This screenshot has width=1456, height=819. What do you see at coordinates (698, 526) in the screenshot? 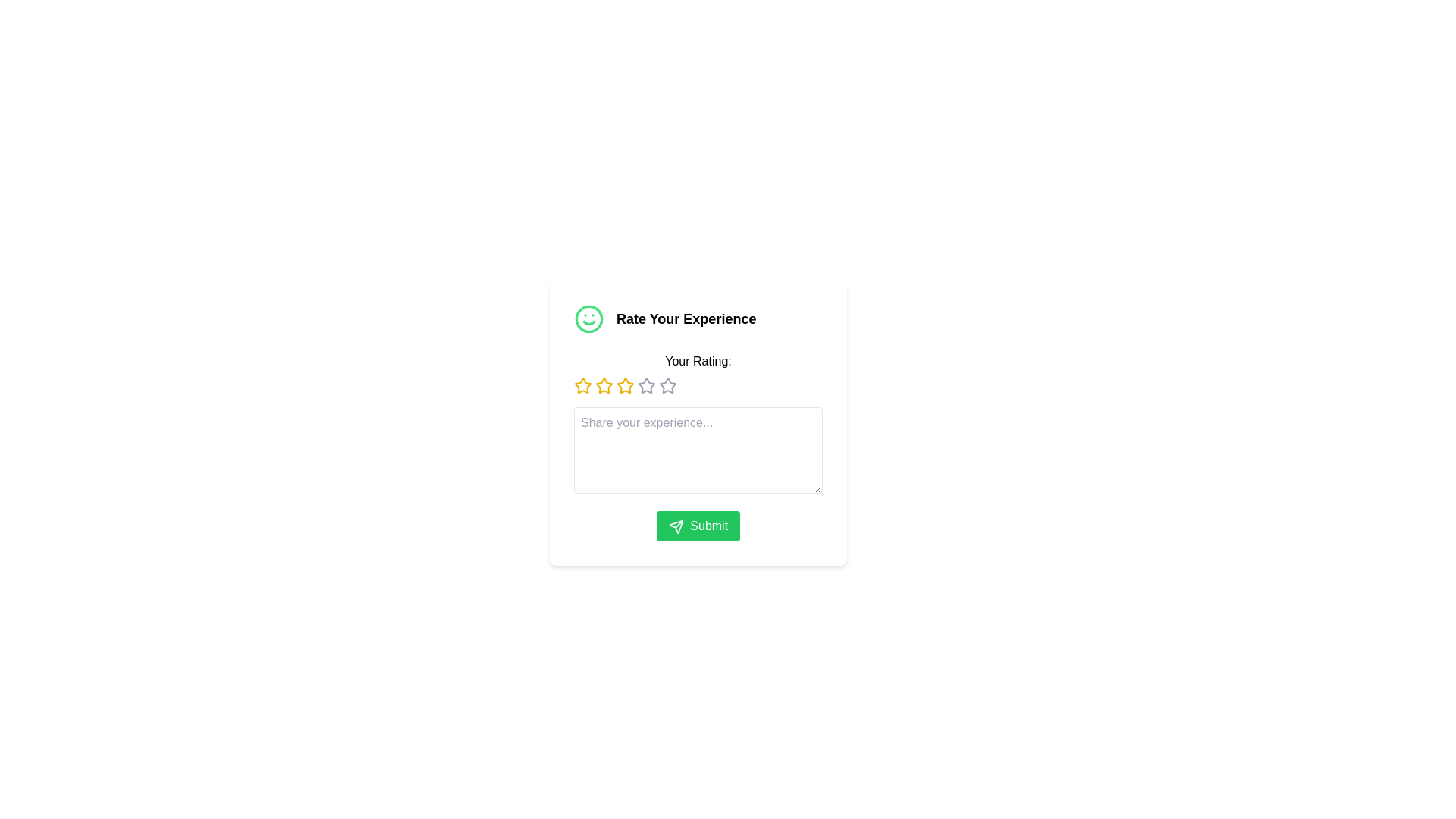
I see `the submit button located at the bottom-center of the feedback form to finalize and submit the user's rating and feedback` at bounding box center [698, 526].